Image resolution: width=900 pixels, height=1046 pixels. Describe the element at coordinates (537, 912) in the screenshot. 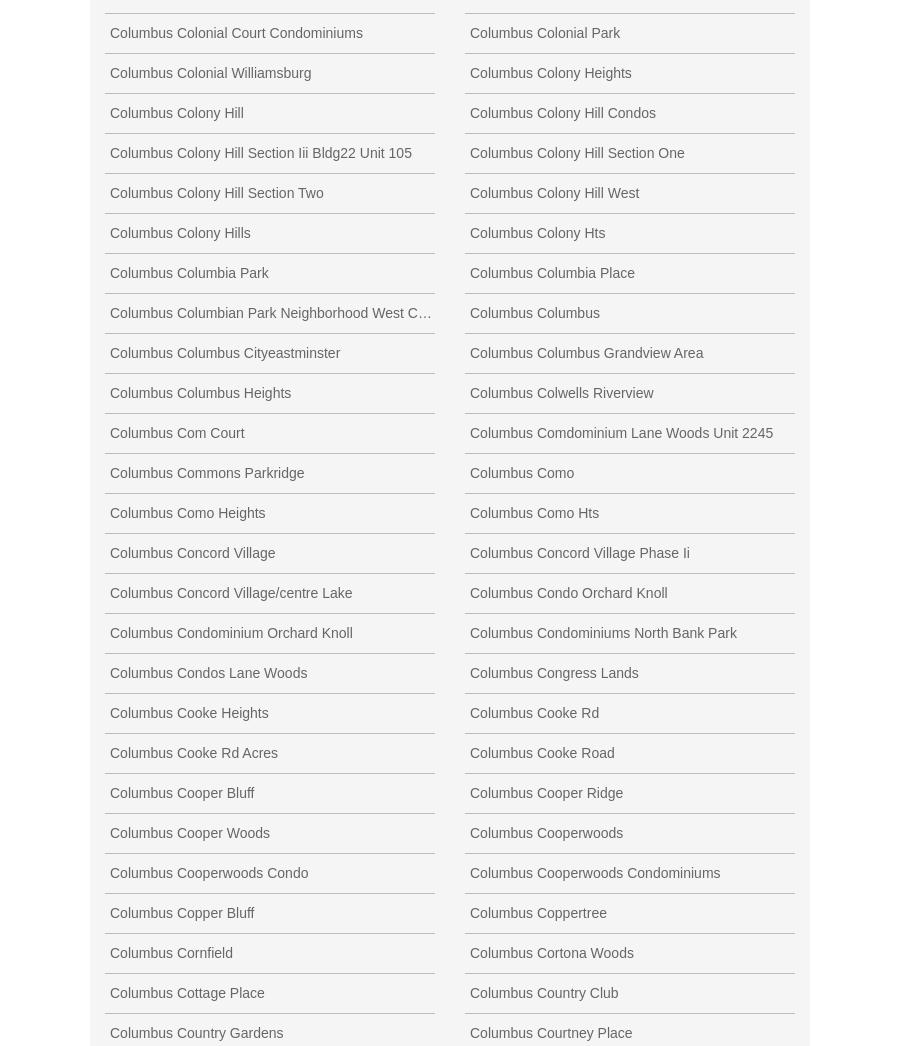

I see `'Columbus Coppertree'` at that location.